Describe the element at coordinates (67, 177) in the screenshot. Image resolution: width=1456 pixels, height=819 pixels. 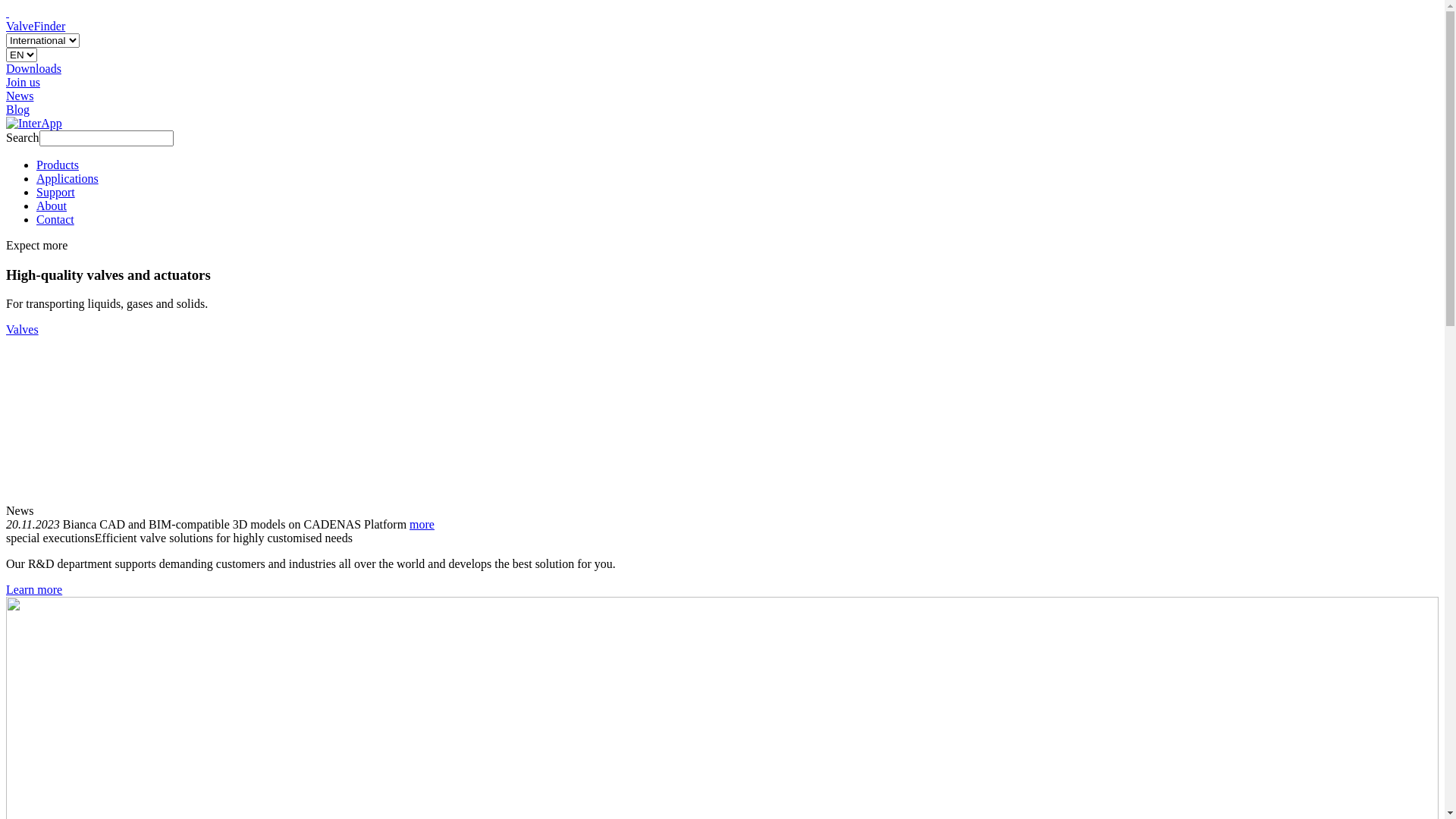
I see `'Applications'` at that location.